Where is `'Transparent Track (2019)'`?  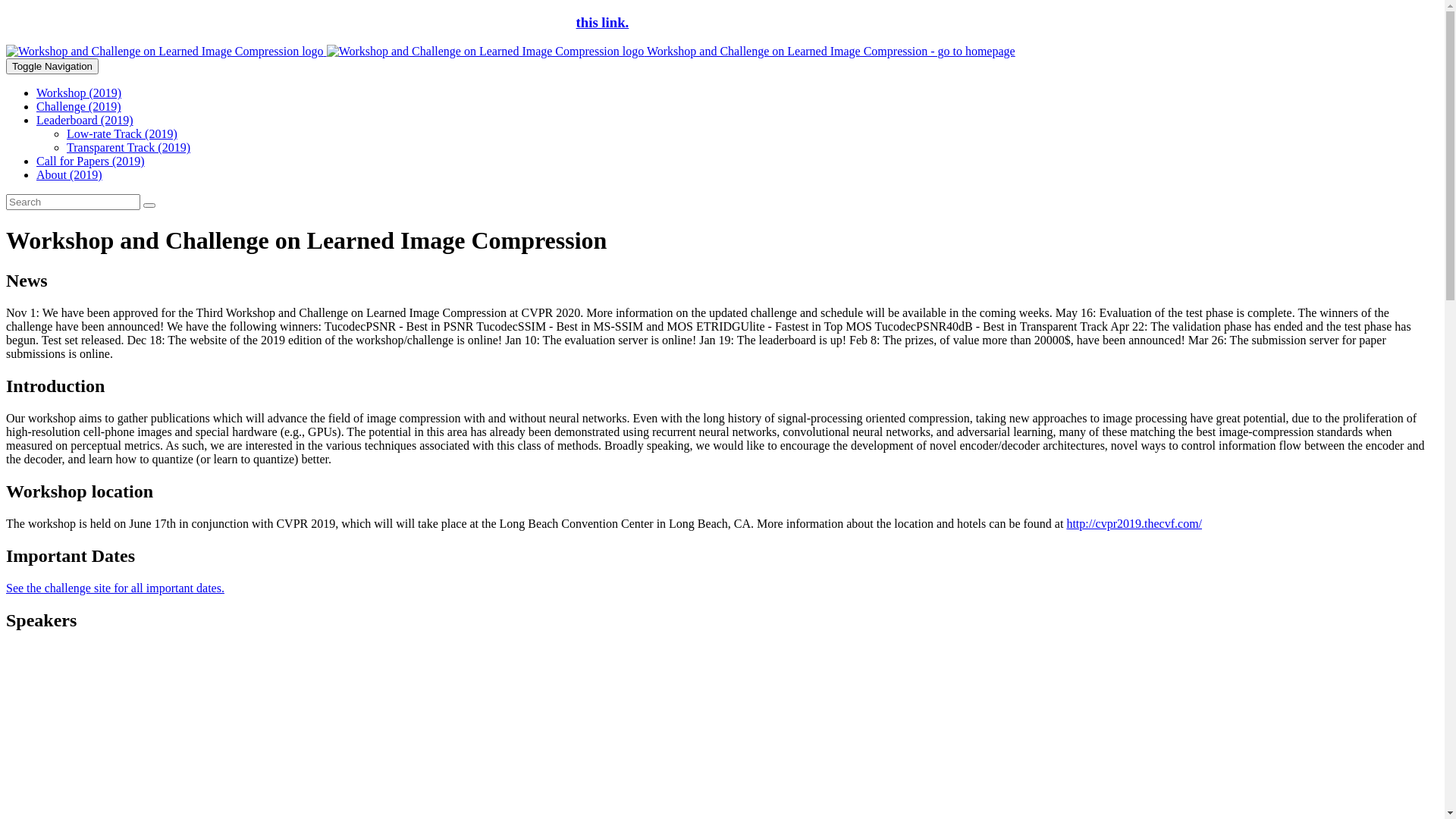
'Transparent Track (2019)' is located at coordinates (128, 147).